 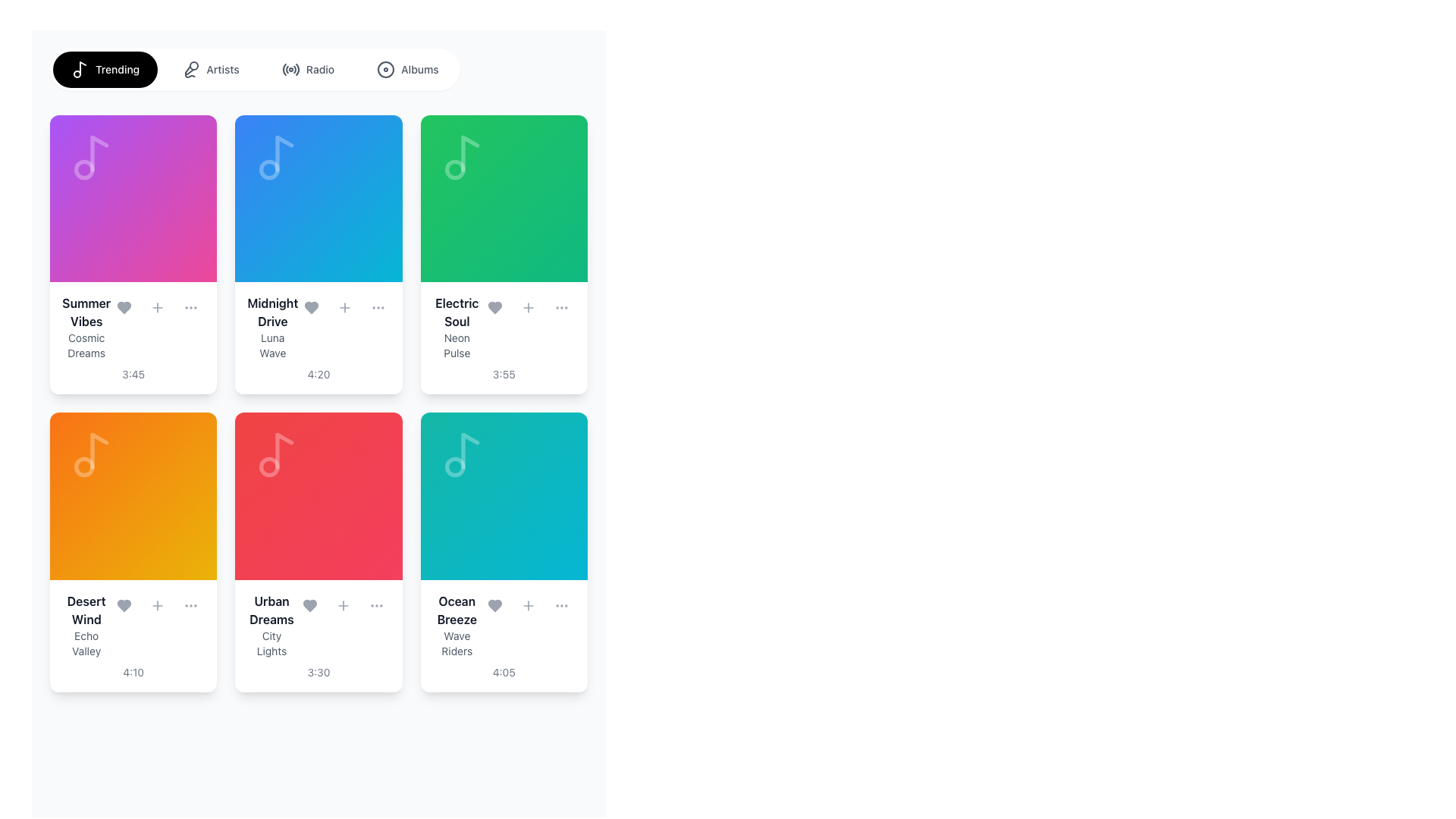 What do you see at coordinates (86, 327) in the screenshot?
I see `the Text Display element that shows the title 'Summer Vibes' and subtitle 'Cosmic Dreams'` at bounding box center [86, 327].